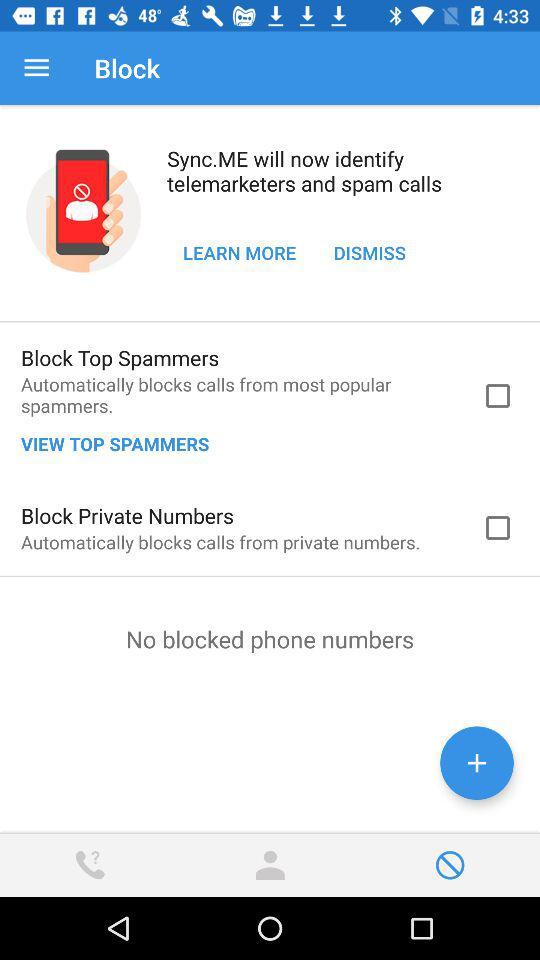 The height and width of the screenshot is (960, 540). I want to click on the dismiss icon, so click(368, 251).